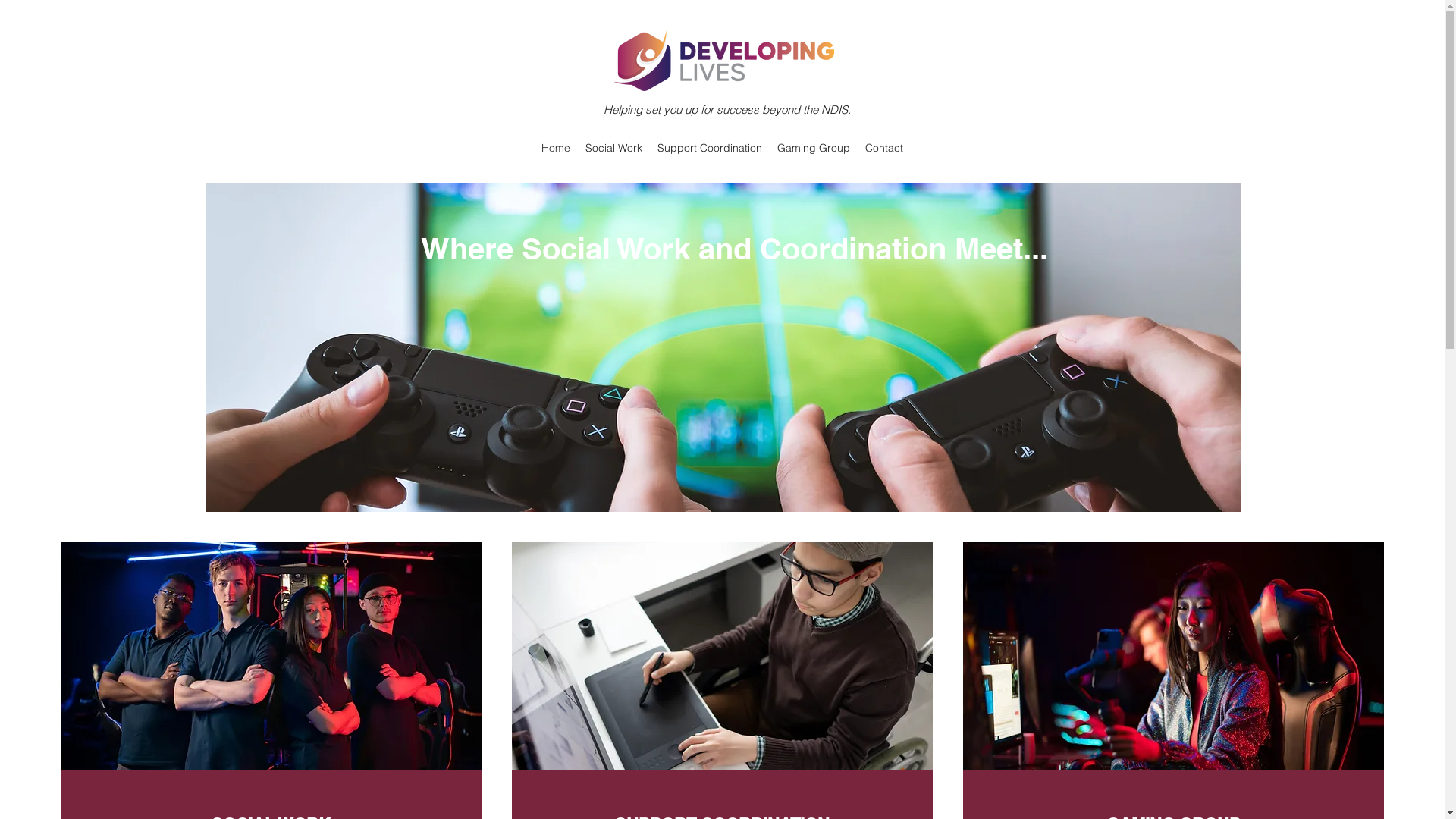 This screenshot has height=819, width=1456. Describe the element at coordinates (709, 148) in the screenshot. I see `'Support Coordination'` at that location.